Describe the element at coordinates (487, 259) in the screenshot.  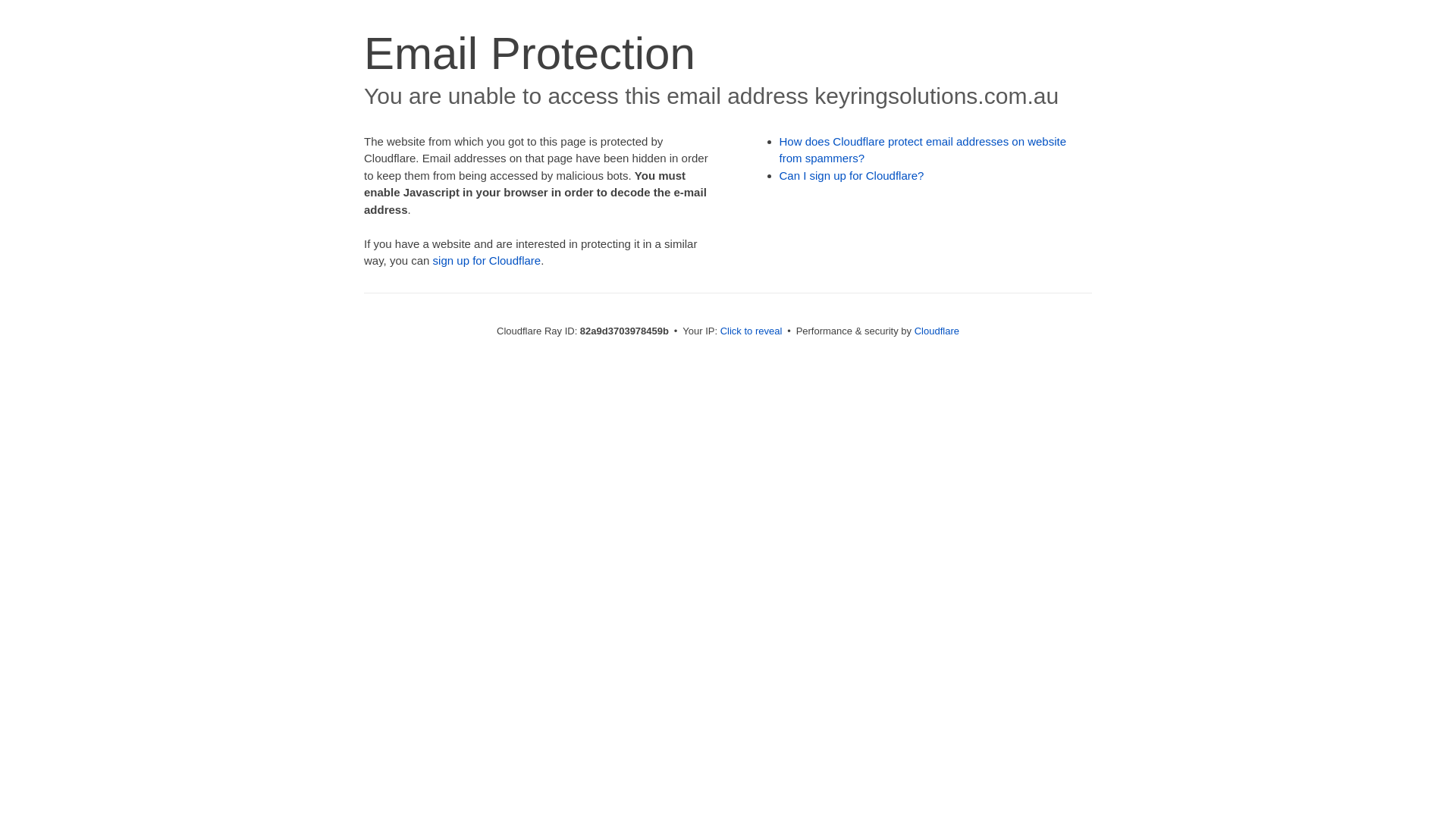
I see `'sign up for Cloudflare'` at that location.